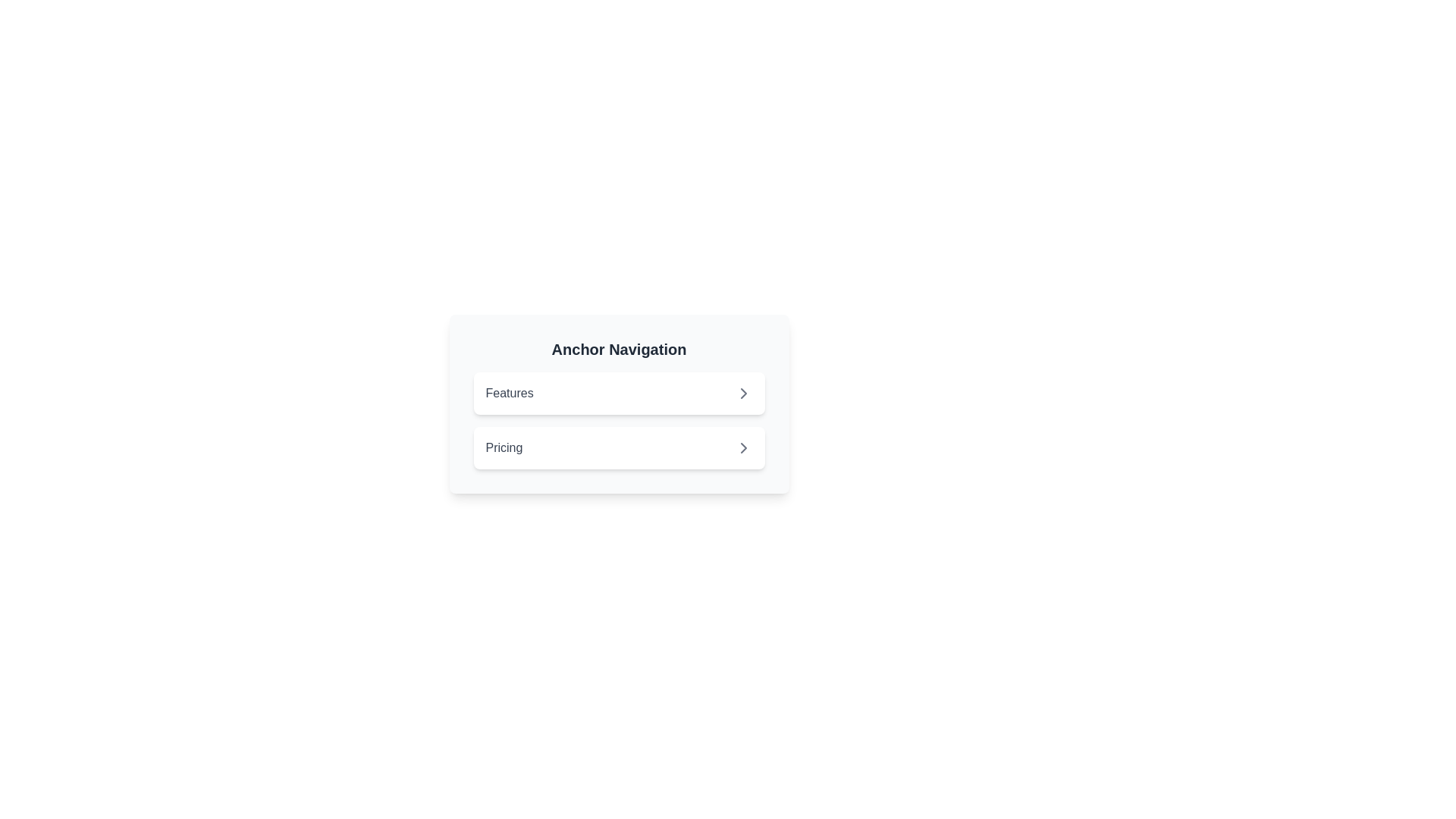  I want to click on the chevron icon located to the right of the 'Pricing' text in the Anchor Navigation component, so click(743, 447).